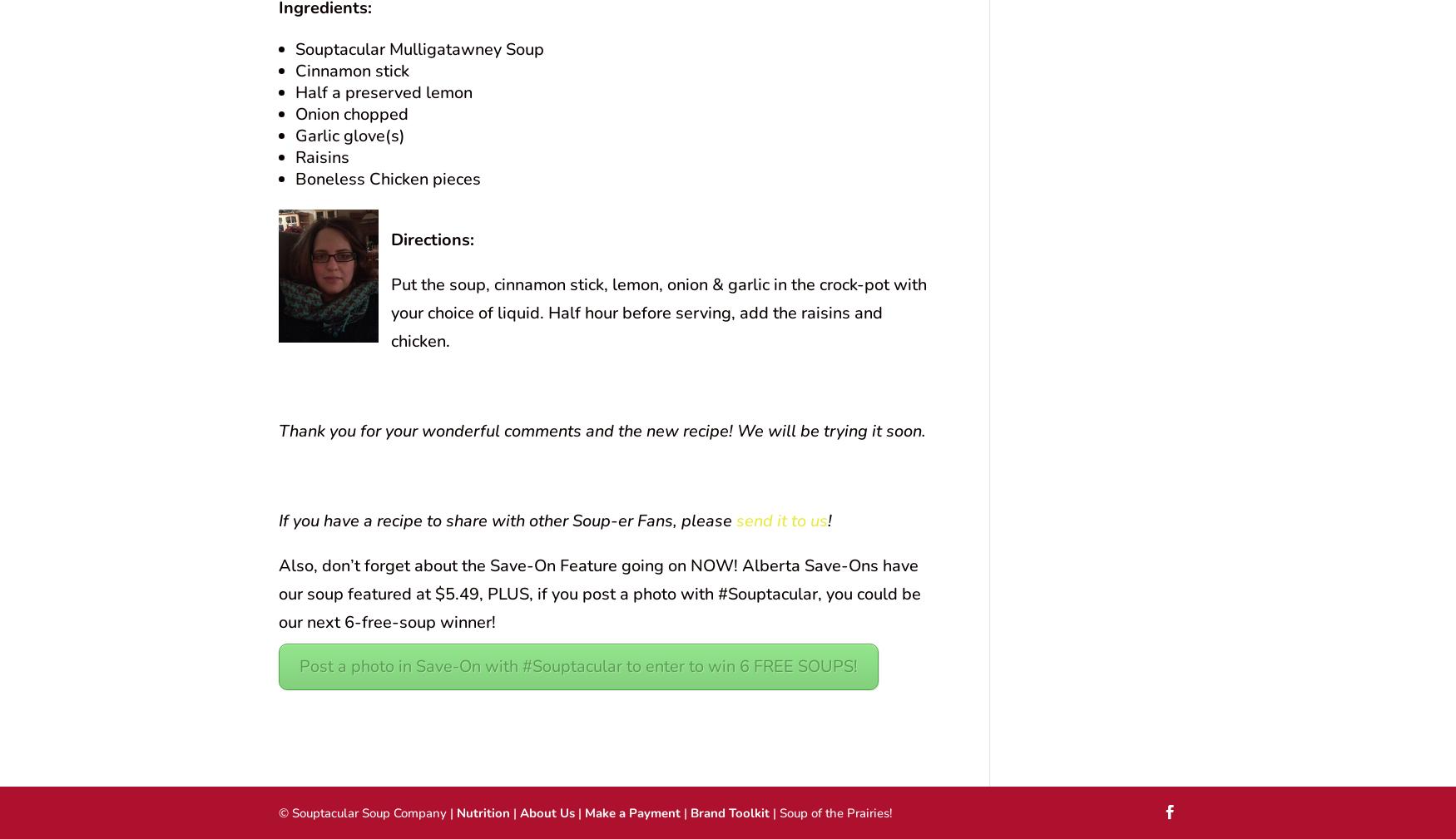 This screenshot has height=839, width=1456. What do you see at coordinates (547, 813) in the screenshot?
I see `'About Us'` at bounding box center [547, 813].